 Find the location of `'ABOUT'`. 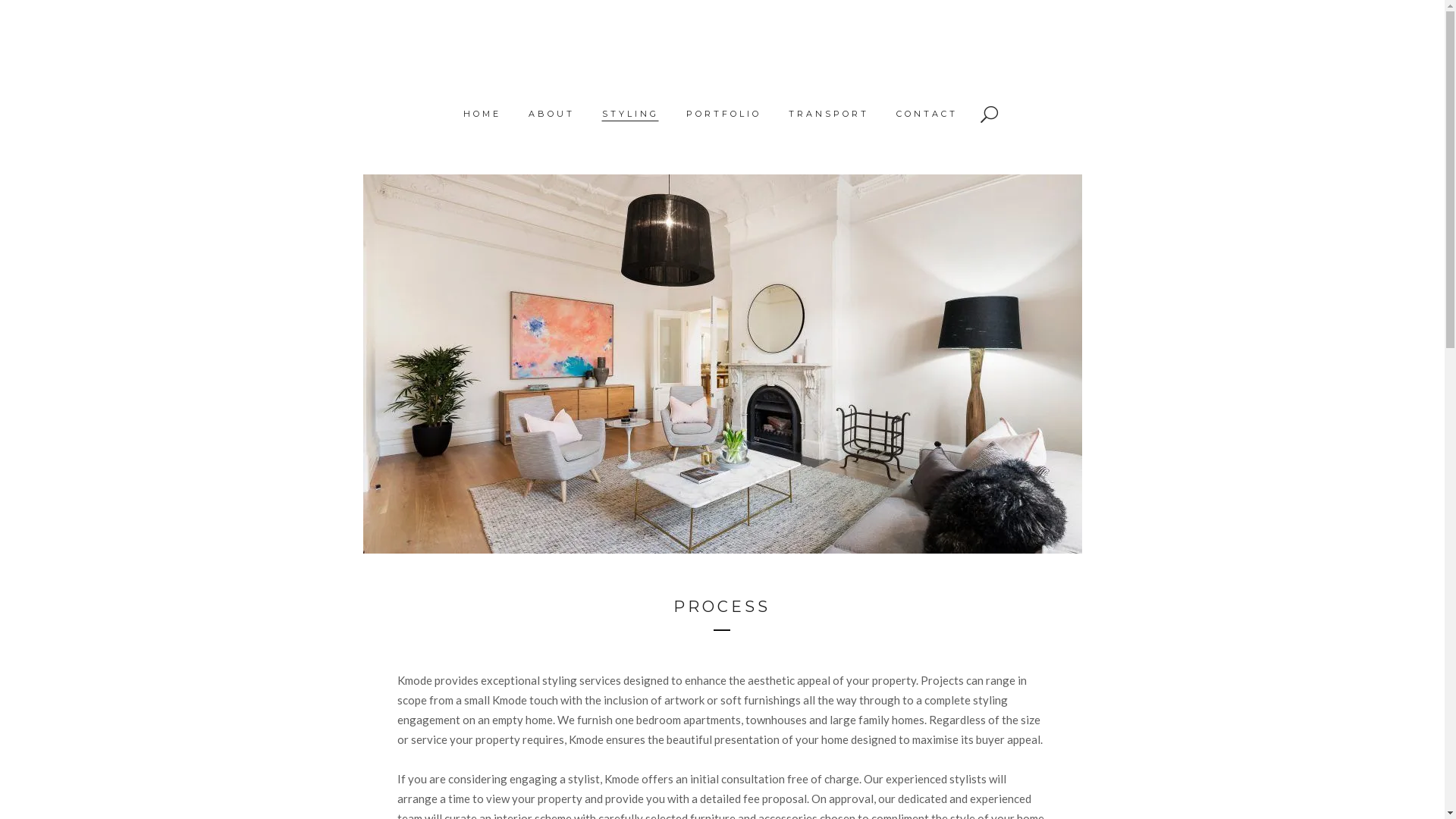

'ABOUT' is located at coordinates (550, 113).